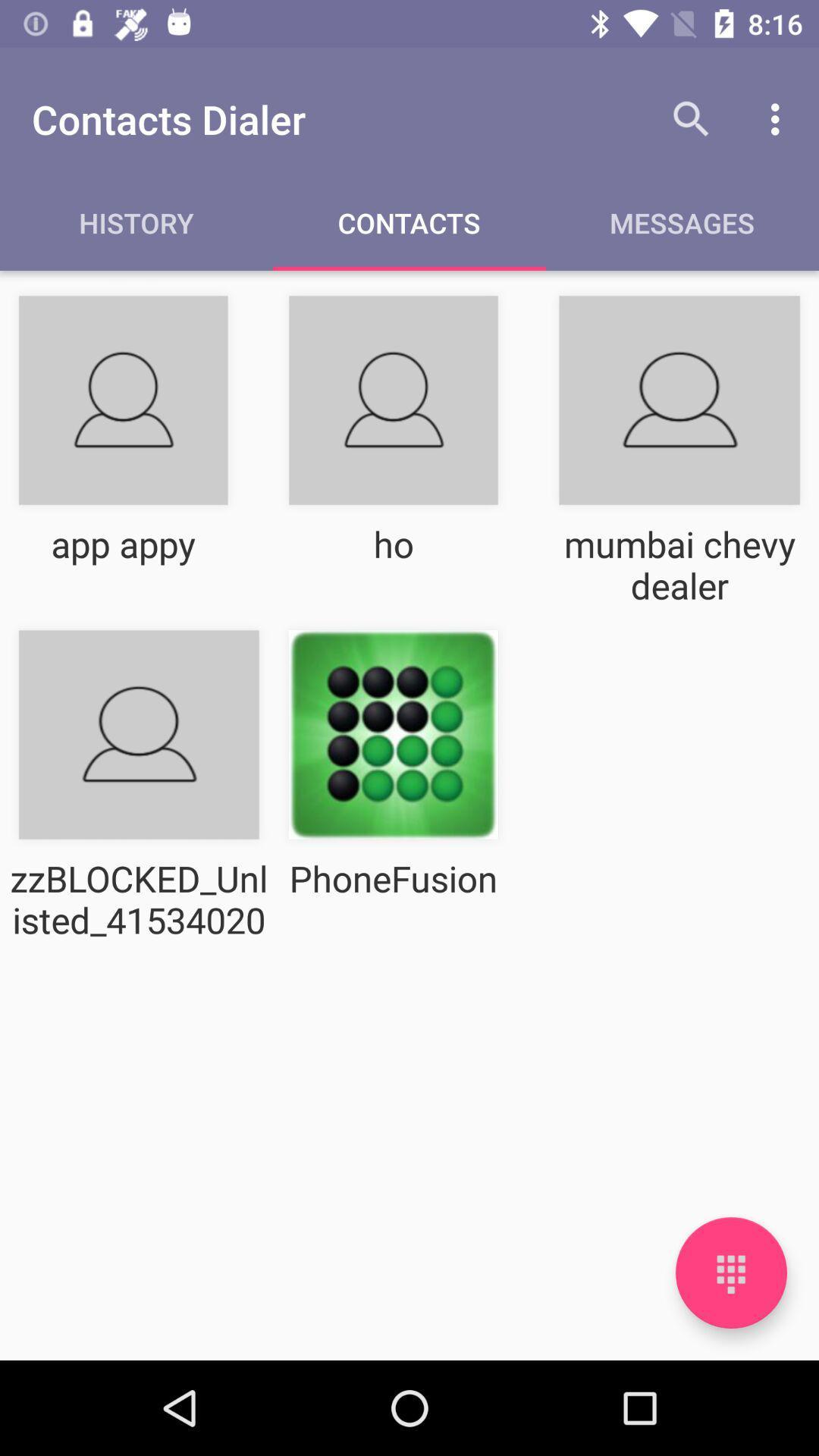  Describe the element at coordinates (779, 118) in the screenshot. I see `item above the messages item` at that location.